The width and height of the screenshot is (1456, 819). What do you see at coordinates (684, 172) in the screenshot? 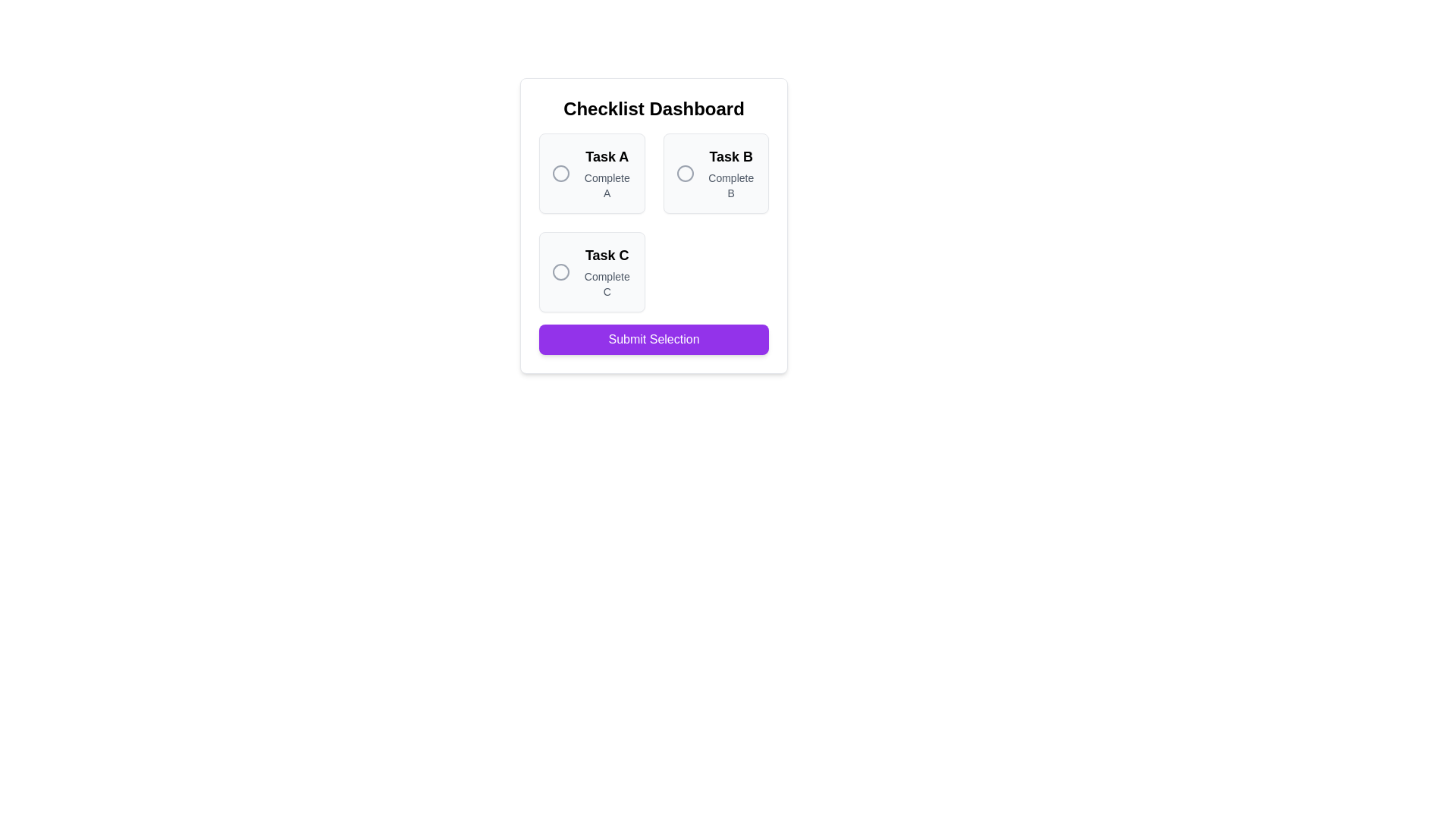
I see `the second circular indicator in the Checklist Dashboard, which represents the state of a task` at bounding box center [684, 172].